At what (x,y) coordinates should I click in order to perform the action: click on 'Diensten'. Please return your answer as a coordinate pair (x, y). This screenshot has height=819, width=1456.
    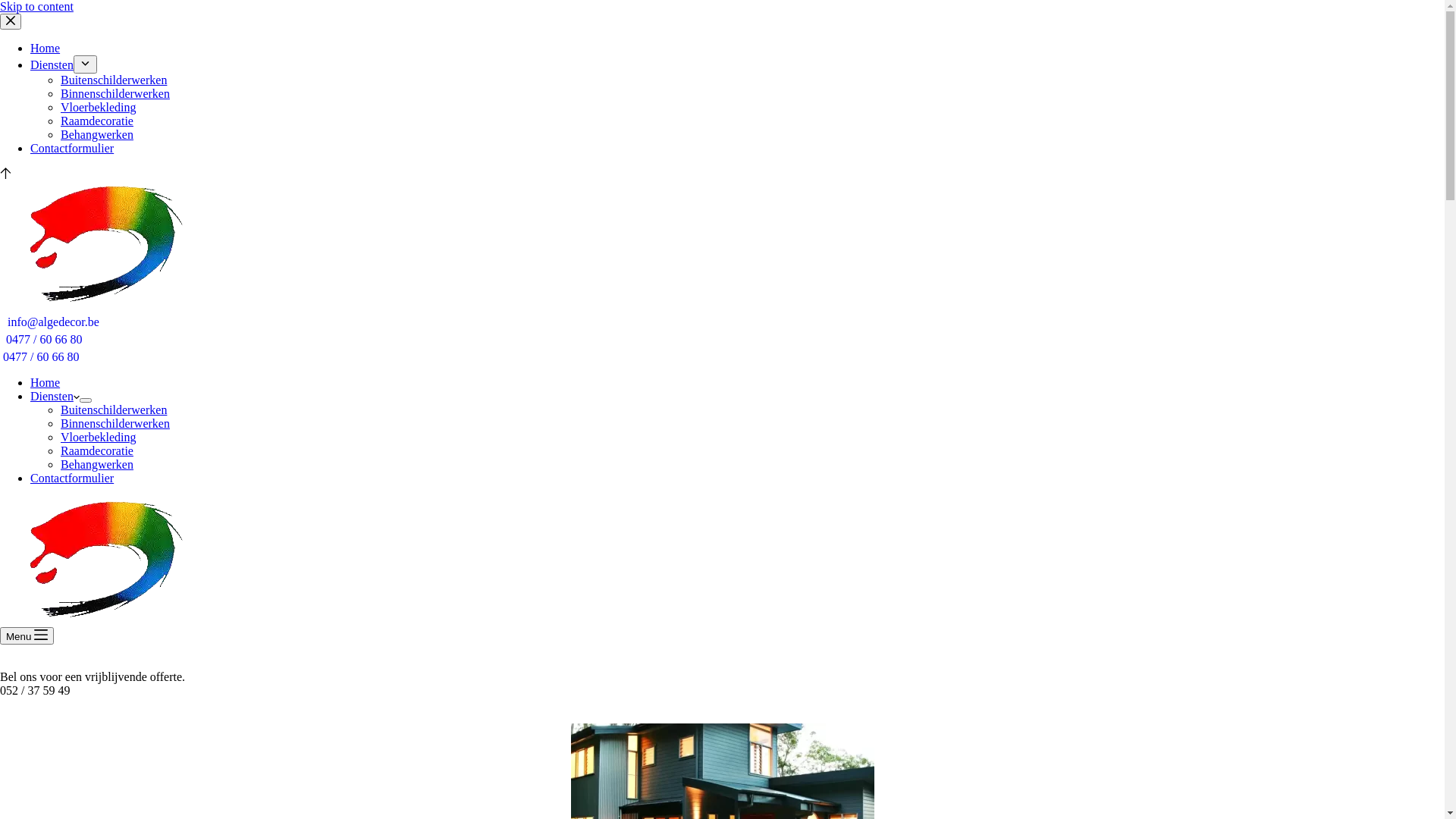
    Looking at the image, I should click on (55, 395).